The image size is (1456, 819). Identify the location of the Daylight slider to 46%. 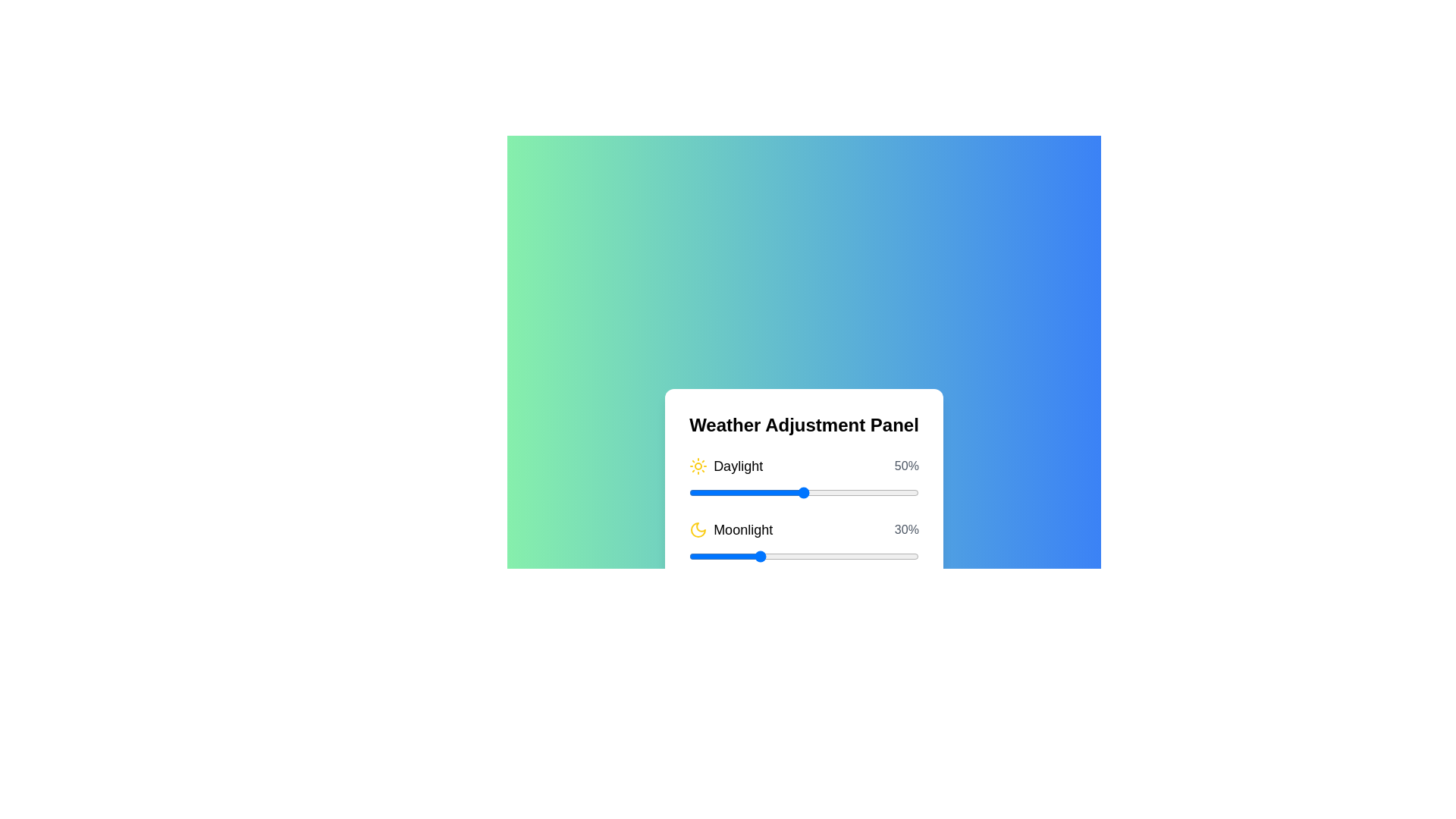
(794, 493).